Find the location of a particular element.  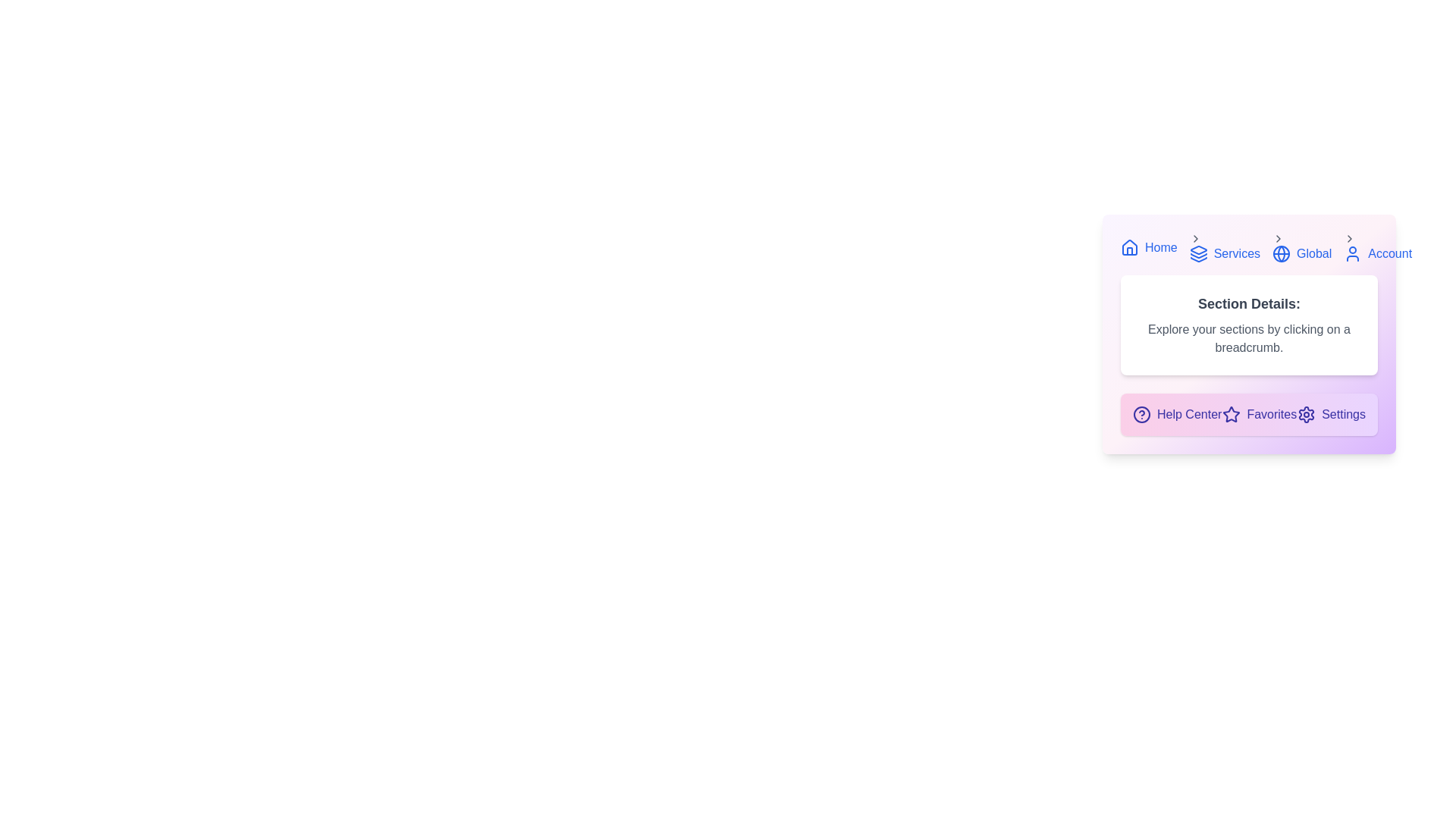

the chevron-right icon in the breadcrumb navigation, which indicates progression towards the 'Account' section is located at coordinates (1350, 239).